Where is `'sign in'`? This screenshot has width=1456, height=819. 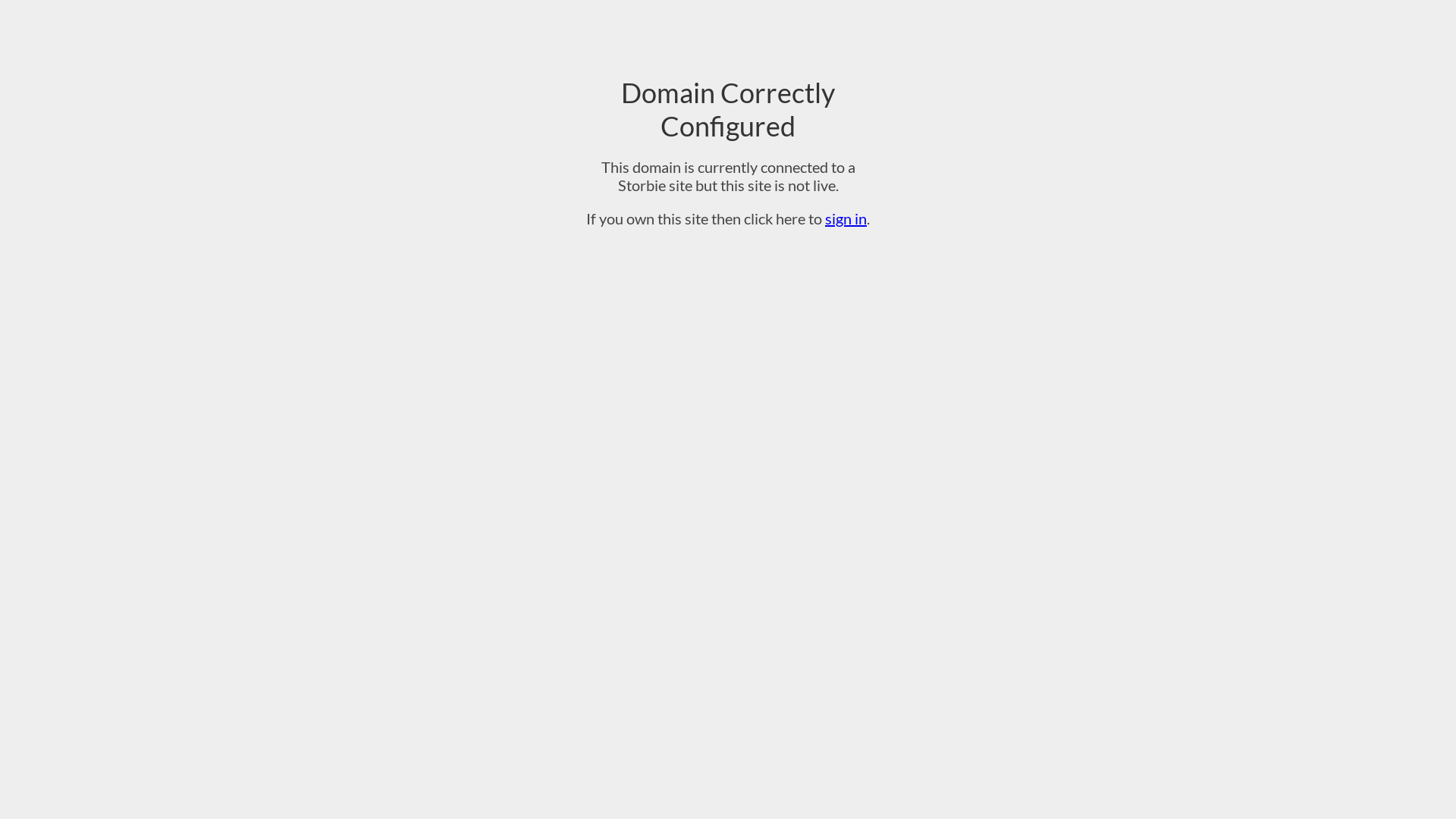
'sign in' is located at coordinates (845, 218).